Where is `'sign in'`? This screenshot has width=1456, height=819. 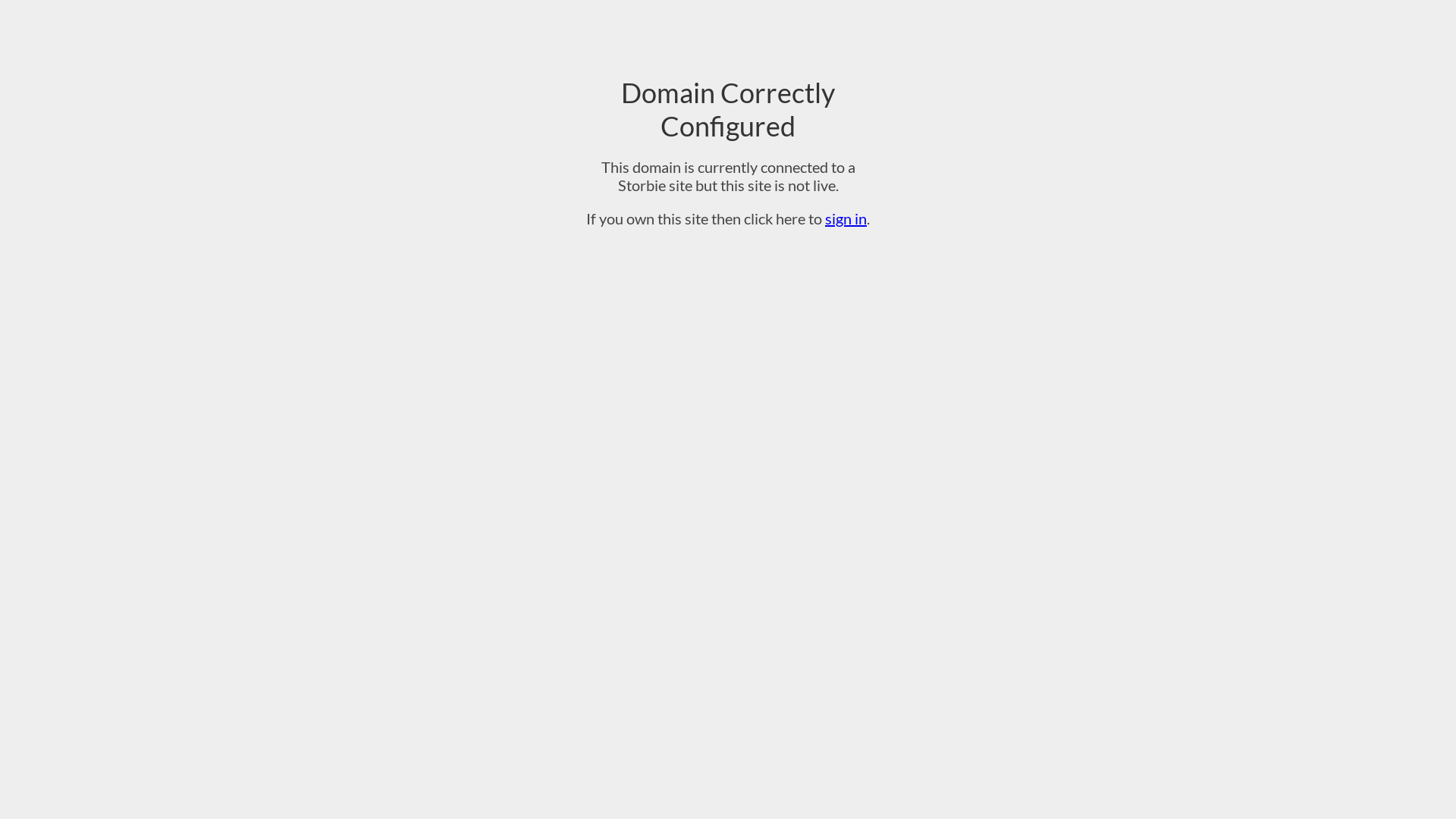
'sign in' is located at coordinates (845, 218).